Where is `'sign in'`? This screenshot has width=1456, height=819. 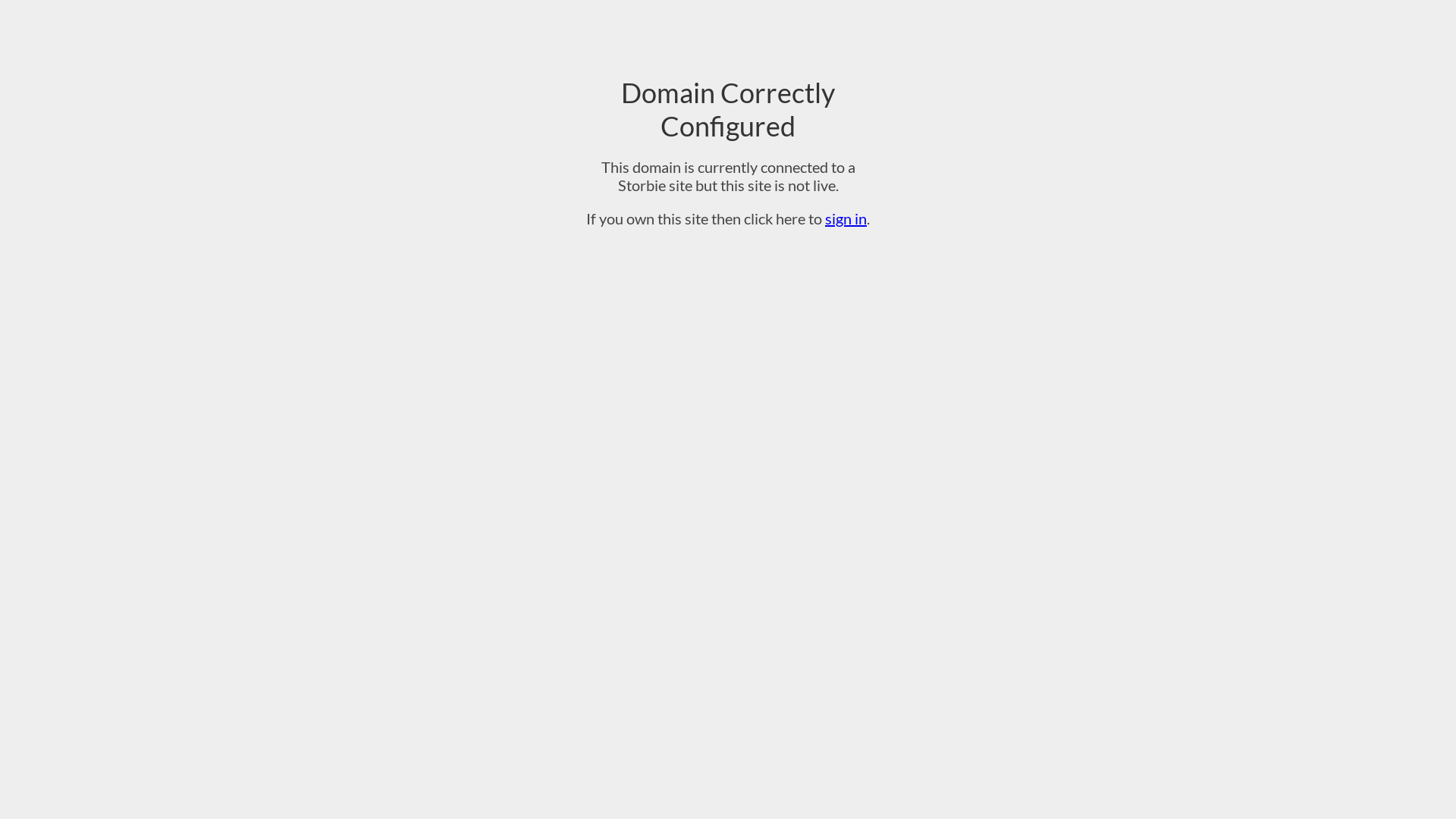
'sign in' is located at coordinates (845, 218).